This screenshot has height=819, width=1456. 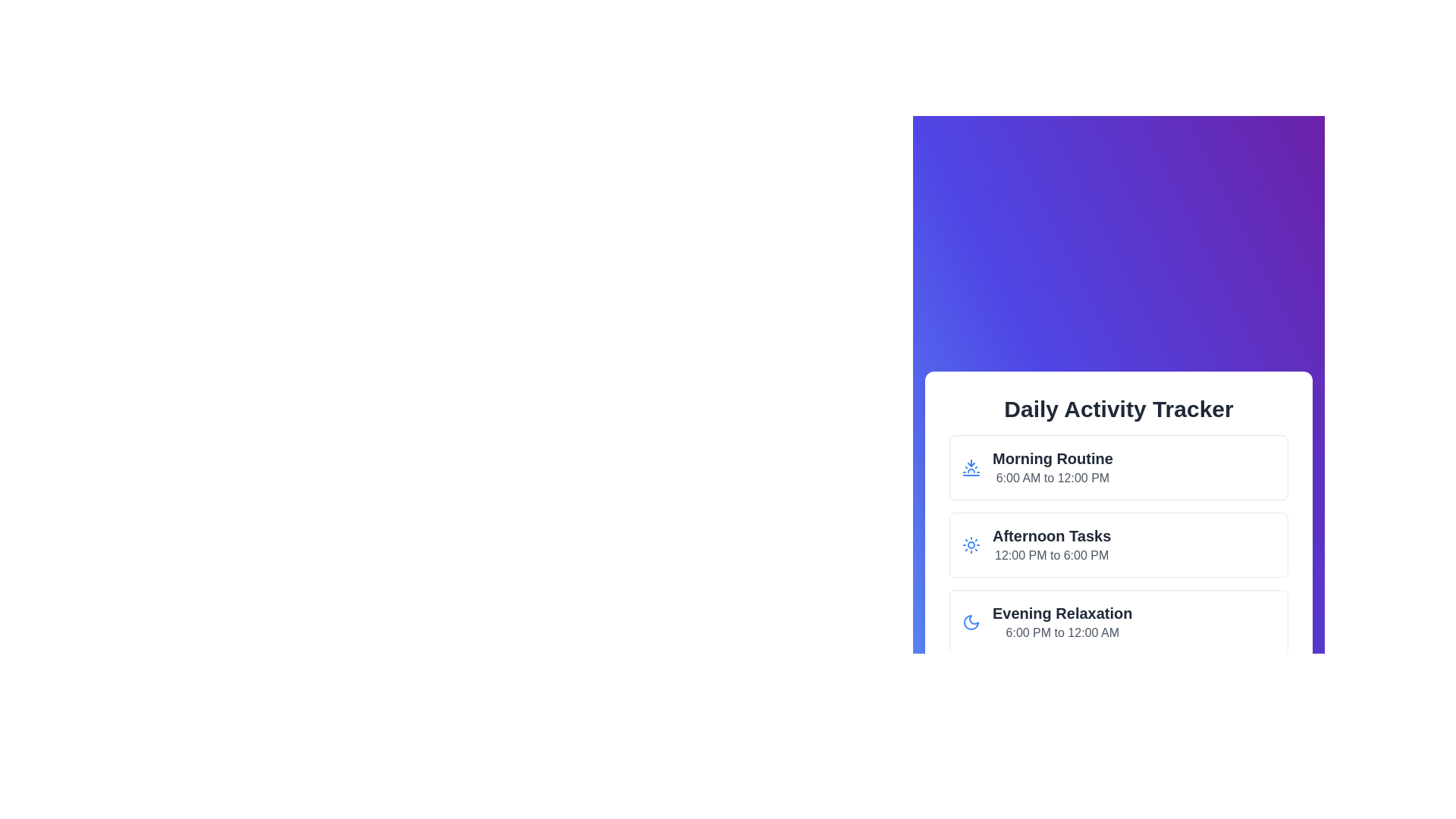 I want to click on the text label component that serves as a header for the 'Afternoon Tasks' section, located above the text '12:00 PM to 6:00 PM', so click(x=1051, y=535).